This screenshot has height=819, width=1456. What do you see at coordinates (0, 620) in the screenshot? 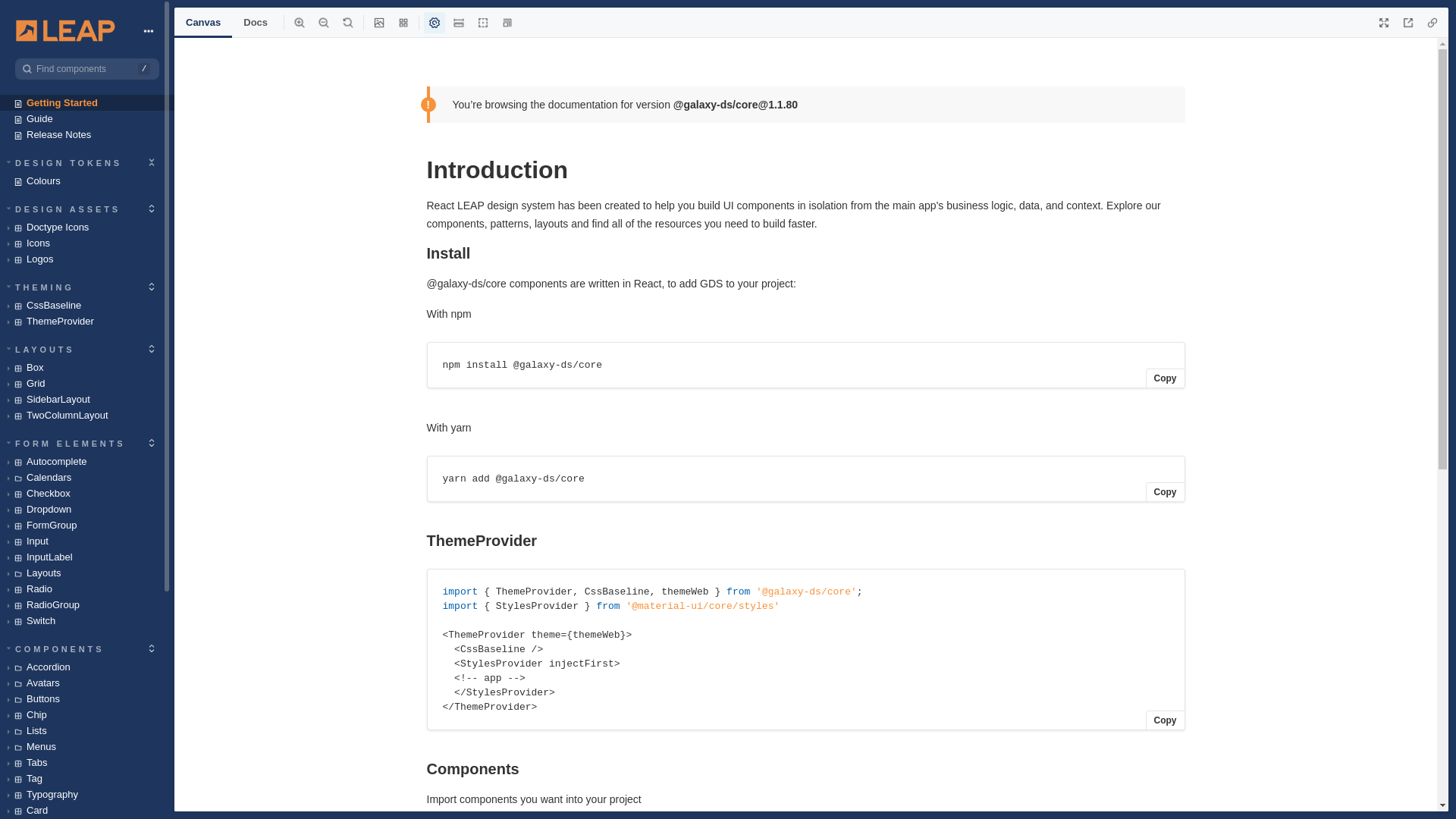
I see `'Switch'` at bounding box center [0, 620].